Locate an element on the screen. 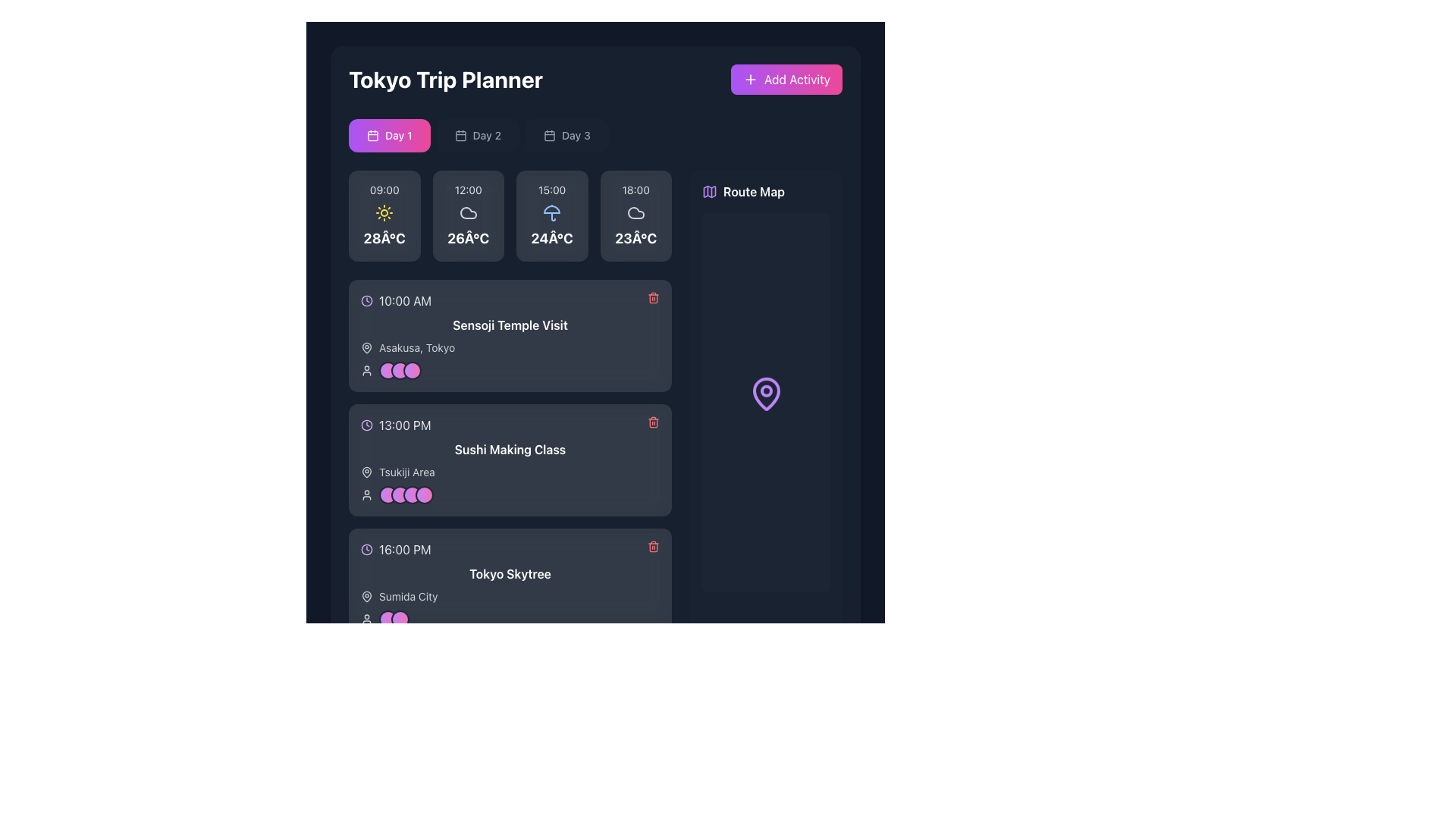 The image size is (1456, 819). the location marker SVG icon from the center of the Route Map panel is located at coordinates (766, 394).